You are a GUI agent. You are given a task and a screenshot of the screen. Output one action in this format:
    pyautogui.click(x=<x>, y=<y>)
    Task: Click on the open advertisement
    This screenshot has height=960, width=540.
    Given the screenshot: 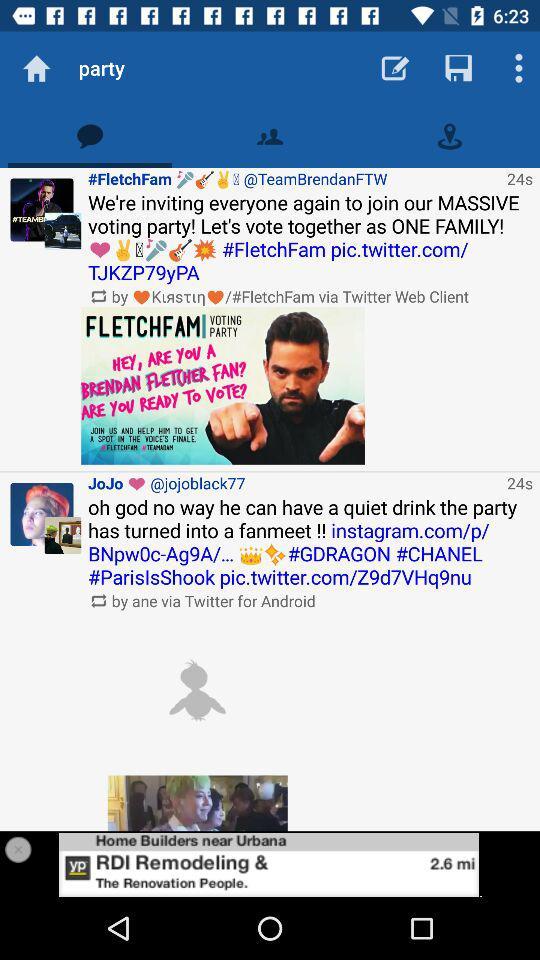 What is the action you would take?
    pyautogui.click(x=270, y=863)
    